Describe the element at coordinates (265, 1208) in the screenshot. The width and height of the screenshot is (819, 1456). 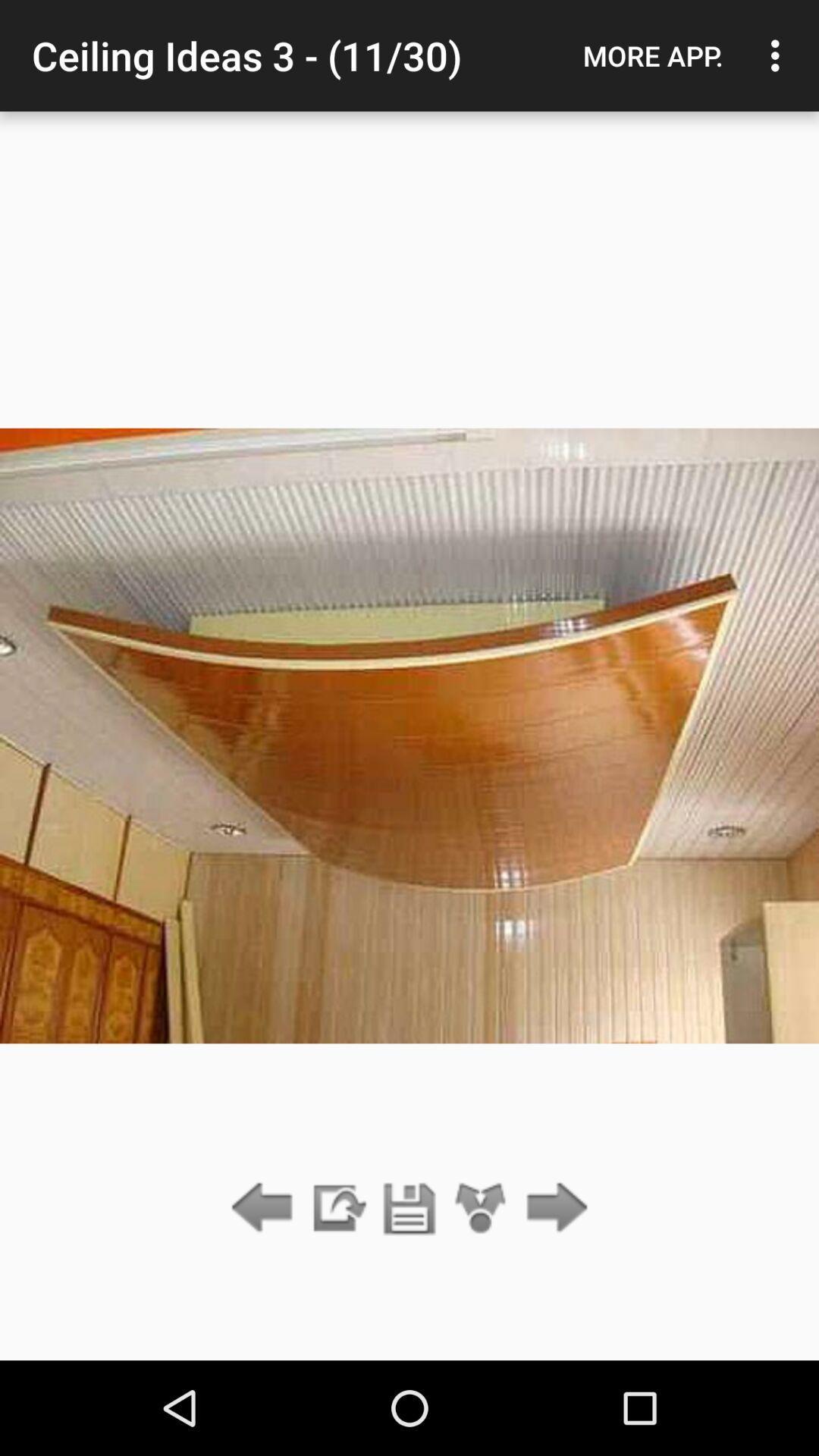
I see `previous image` at that location.